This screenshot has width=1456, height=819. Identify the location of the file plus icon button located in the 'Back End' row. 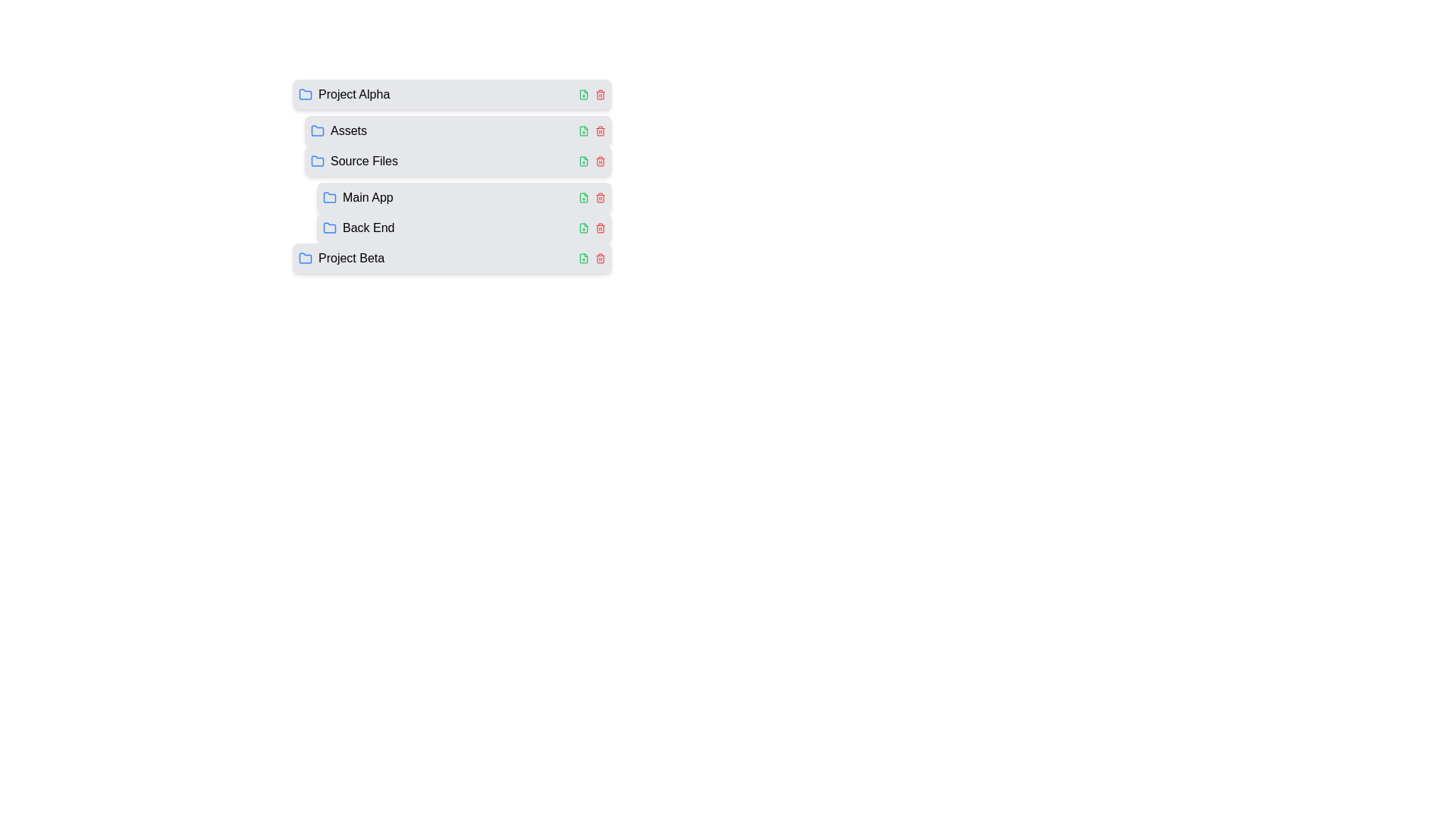
(582, 227).